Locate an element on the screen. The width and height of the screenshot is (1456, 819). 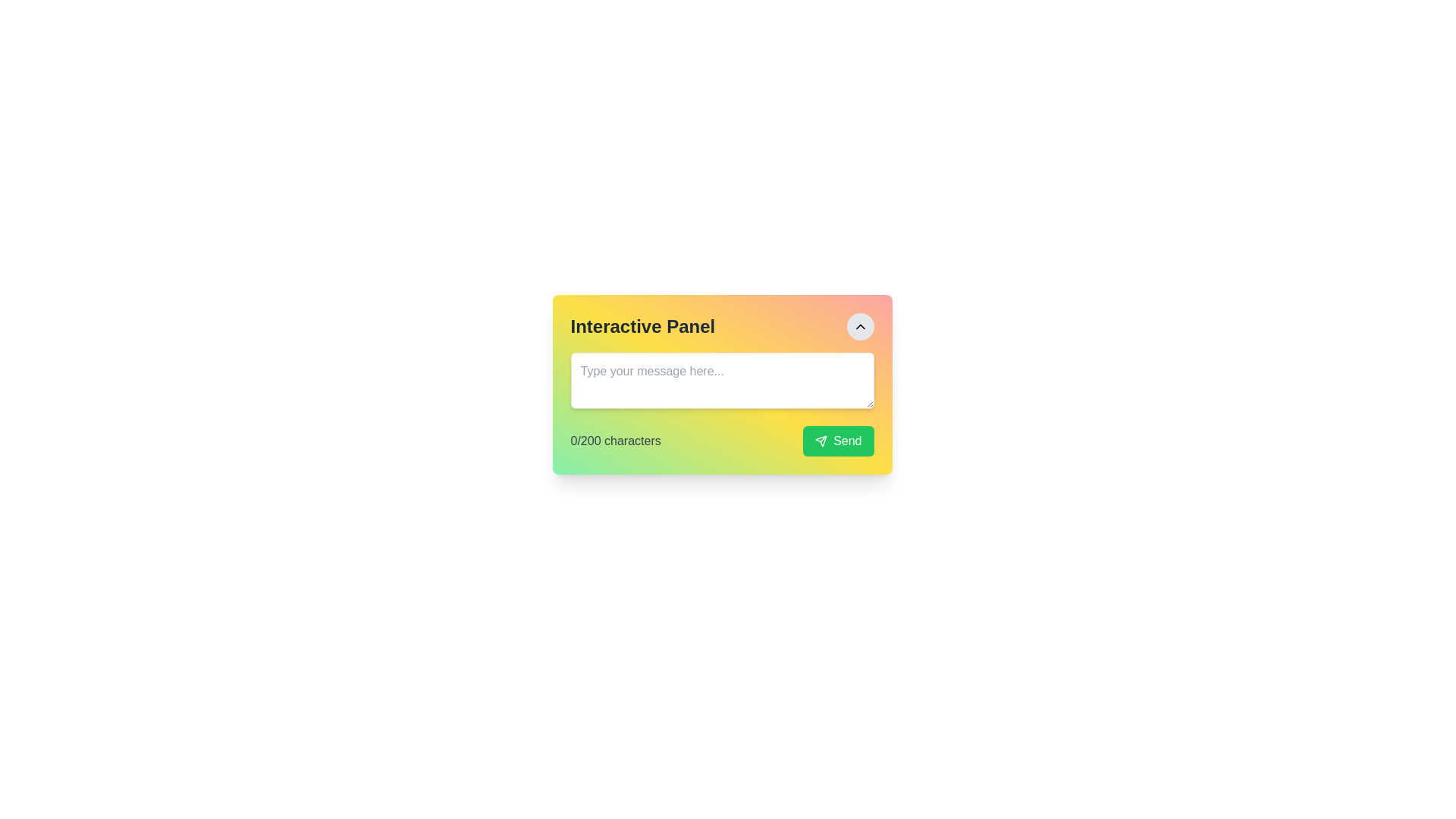
the green paper plane icon located on the left side of the 'Send' button text is located at coordinates (821, 441).